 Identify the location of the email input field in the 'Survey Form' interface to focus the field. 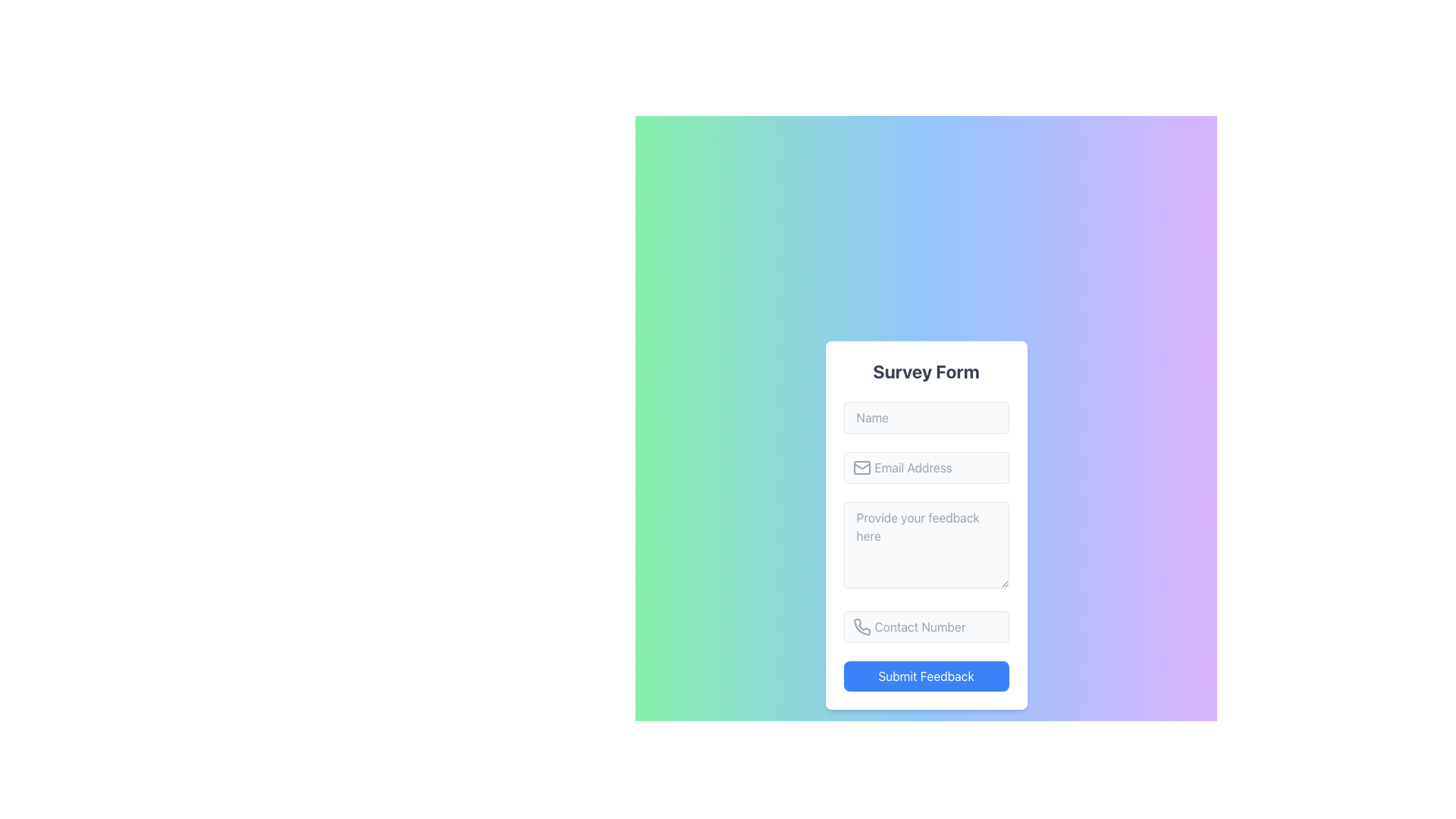
(925, 467).